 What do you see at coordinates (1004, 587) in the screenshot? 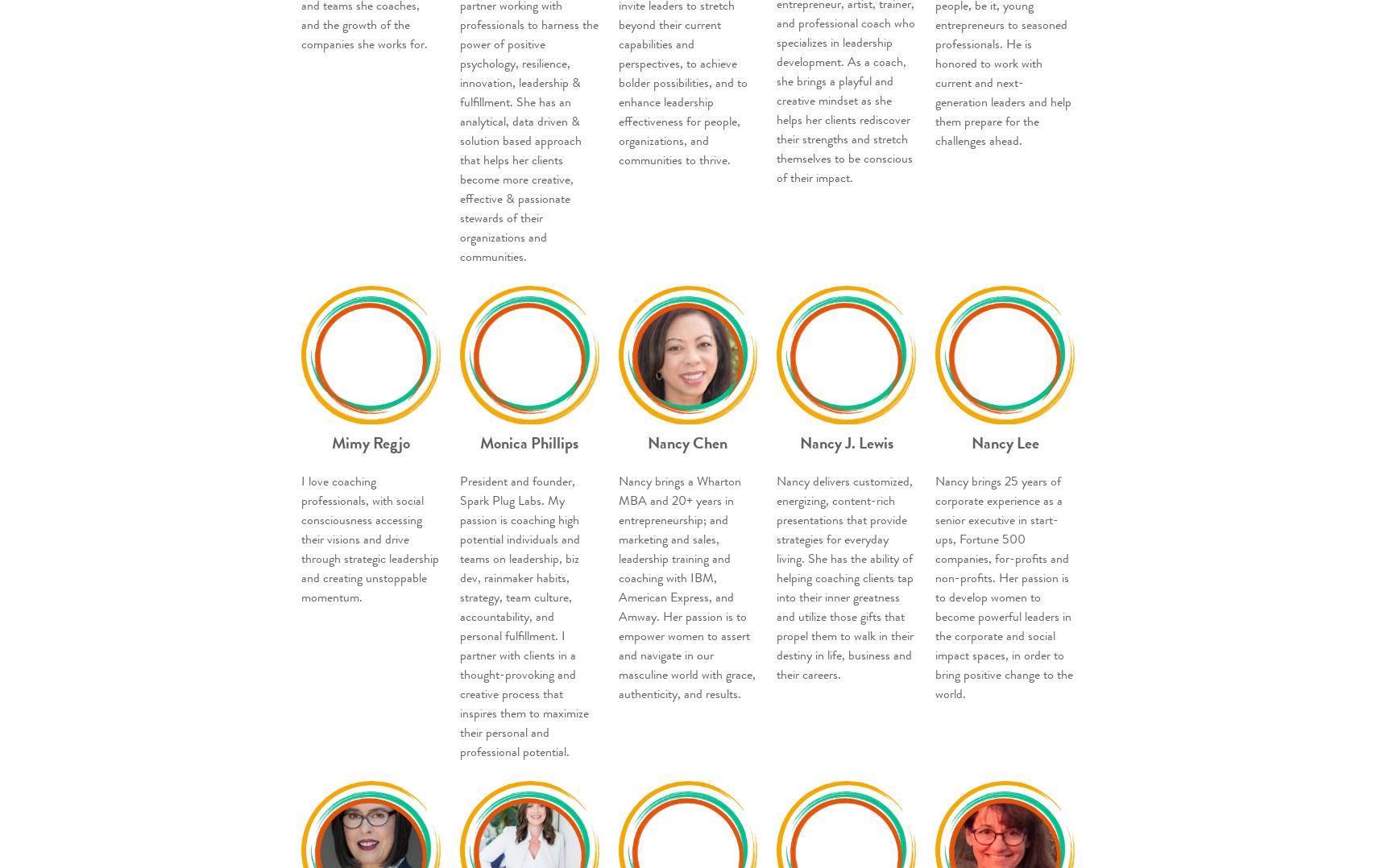
I see `'Nancy brings 25 years of corporate experience as a senior executive in start-ups, Fortune 500 companies, for-profits and non-profits. Her passion is to develop women to become powerful leaders in the corporate and social impact spaces, in order to bring positive change to the world.'` at bounding box center [1004, 587].